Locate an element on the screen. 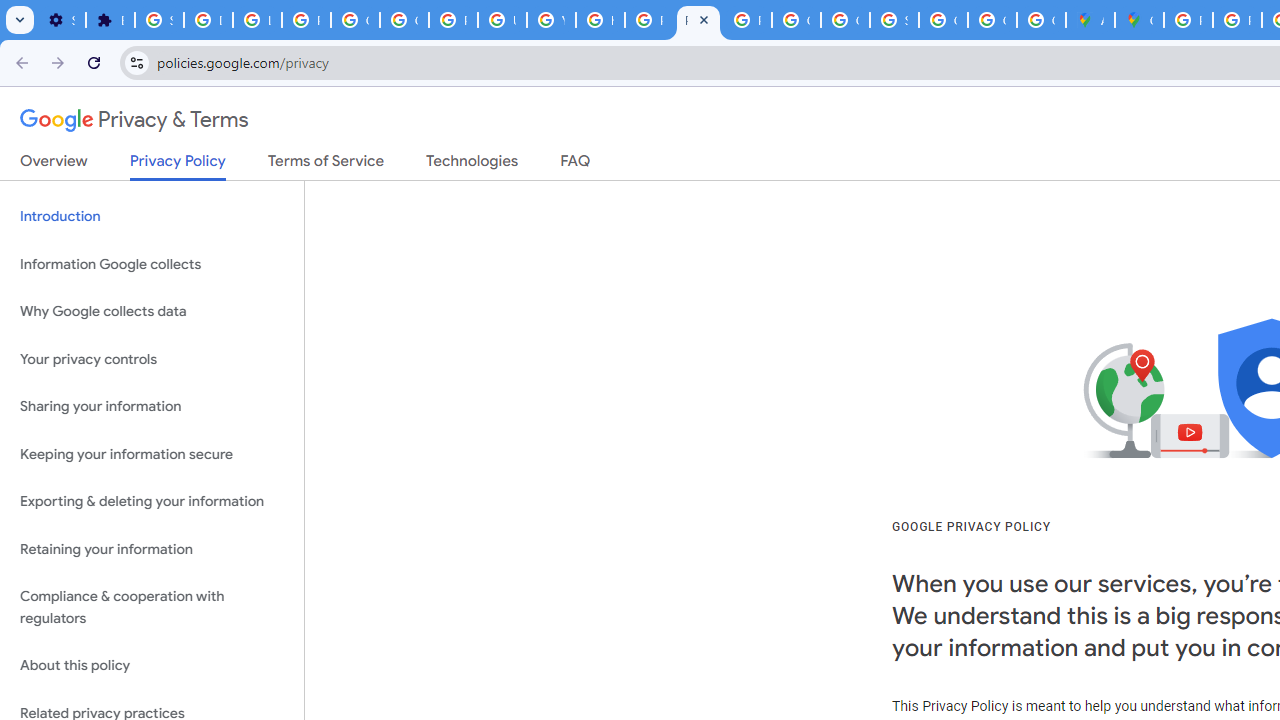 The height and width of the screenshot is (720, 1280). 'Retaining your information' is located at coordinates (151, 549).